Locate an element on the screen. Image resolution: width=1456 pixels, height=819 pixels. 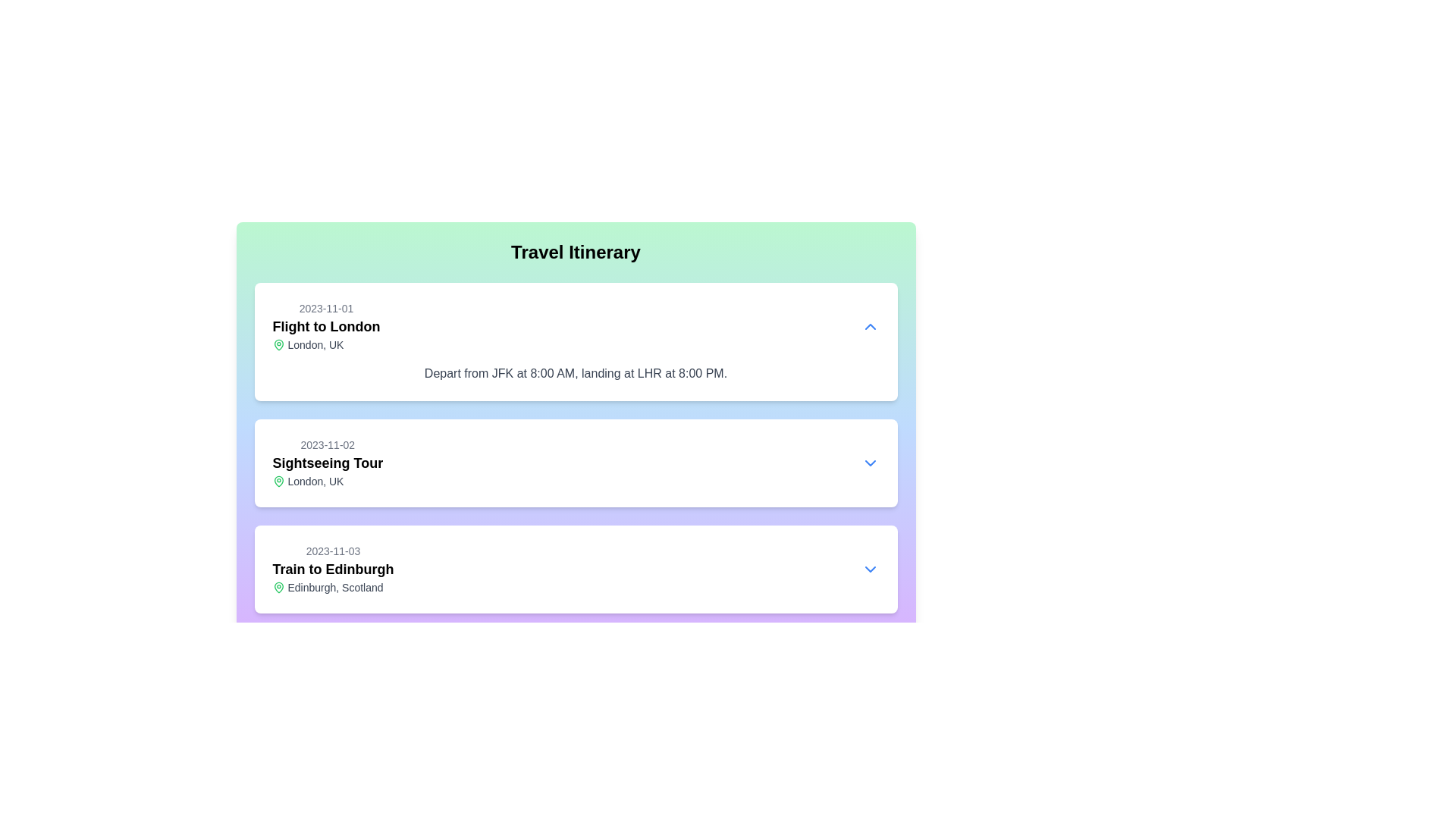
the text label displaying 'Train to Edinburgh' in bold and large font, which is centrally located under the section for '2023-11-03' in the travel itinerary interface is located at coordinates (332, 570).